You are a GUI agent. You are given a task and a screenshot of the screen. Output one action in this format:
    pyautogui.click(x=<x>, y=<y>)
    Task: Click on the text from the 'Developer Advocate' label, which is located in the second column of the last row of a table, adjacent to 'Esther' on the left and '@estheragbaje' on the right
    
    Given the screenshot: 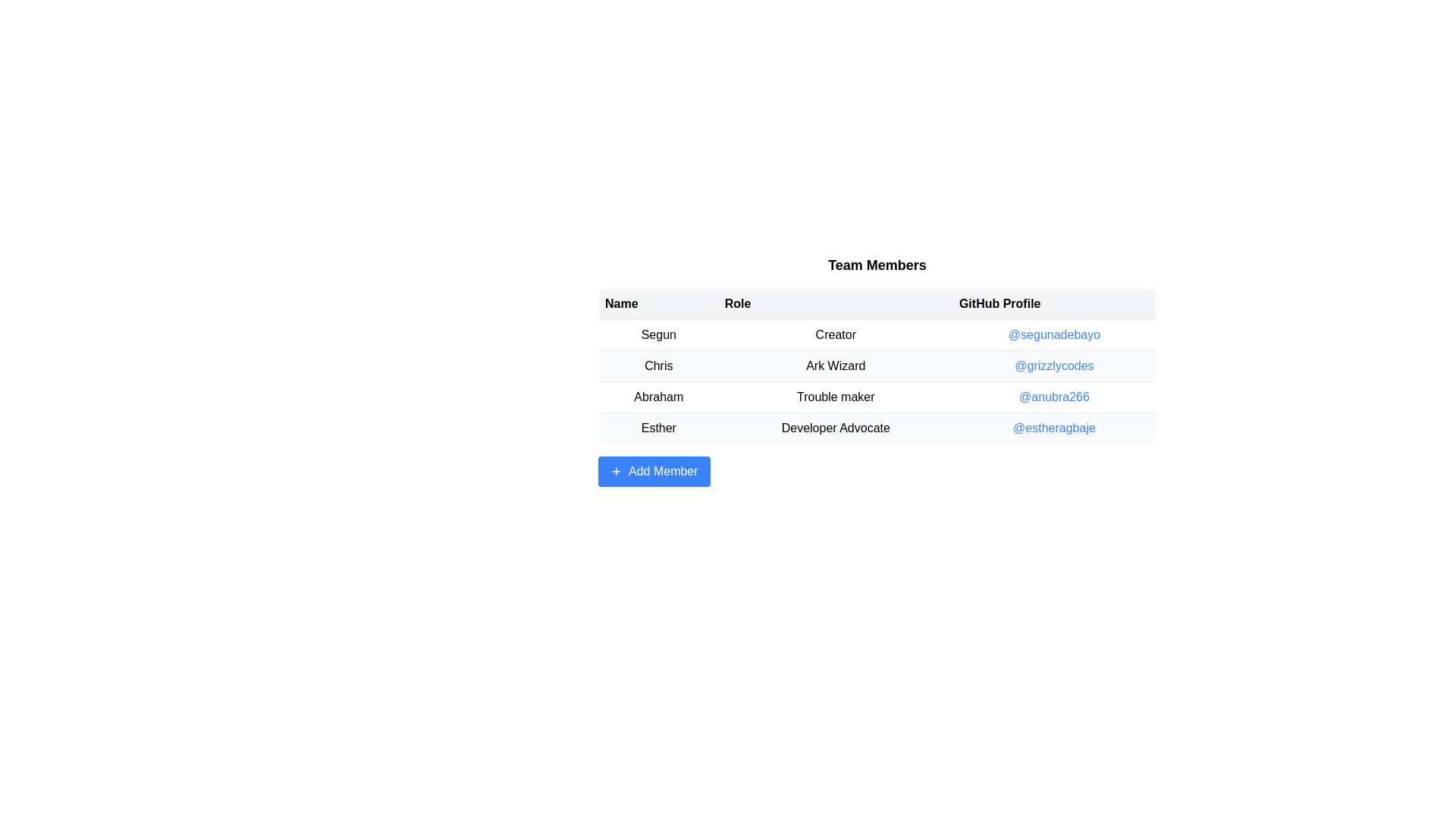 What is the action you would take?
    pyautogui.click(x=835, y=428)
    